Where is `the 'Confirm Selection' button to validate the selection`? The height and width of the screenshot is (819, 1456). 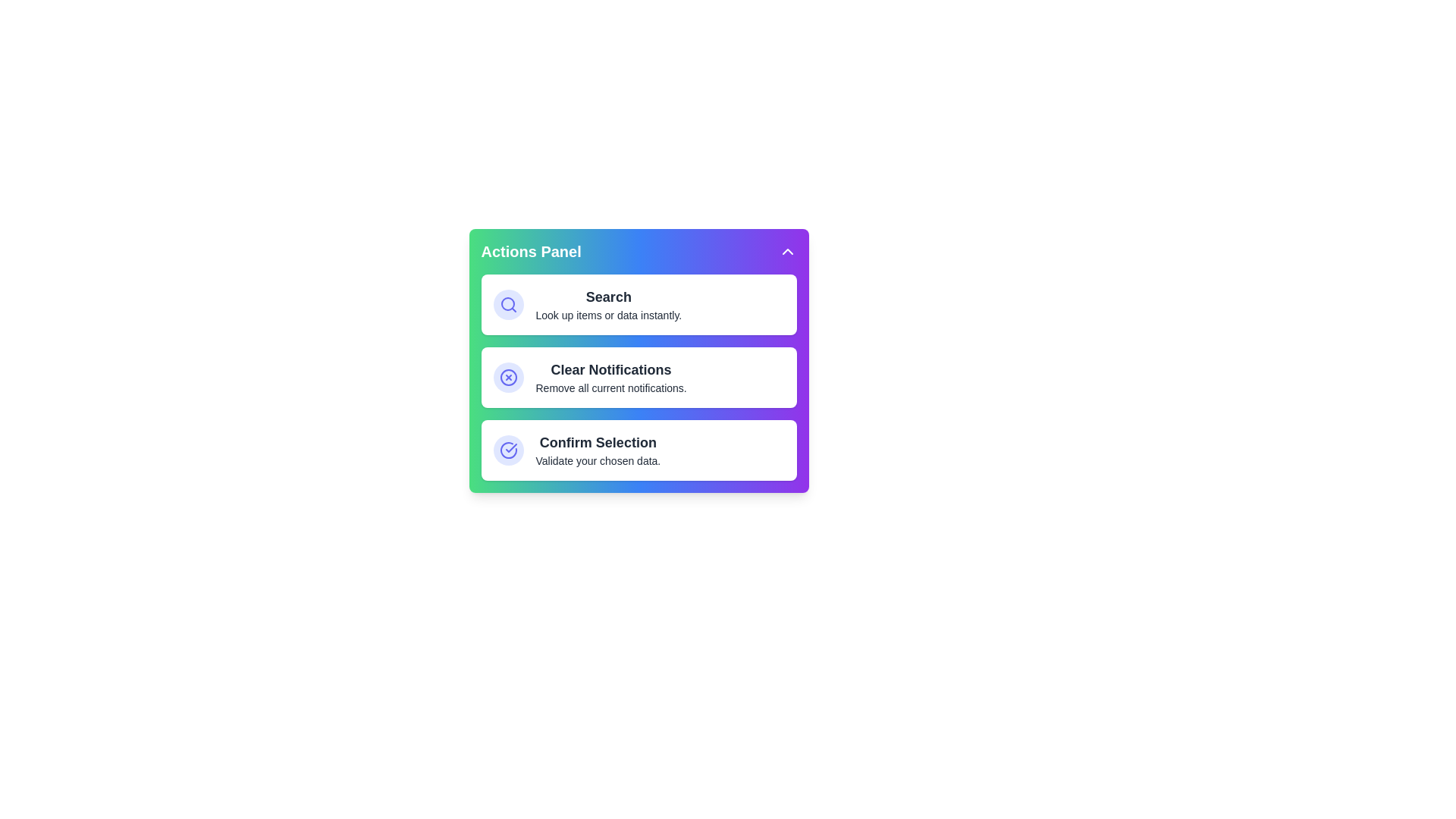 the 'Confirm Selection' button to validate the selection is located at coordinates (639, 450).